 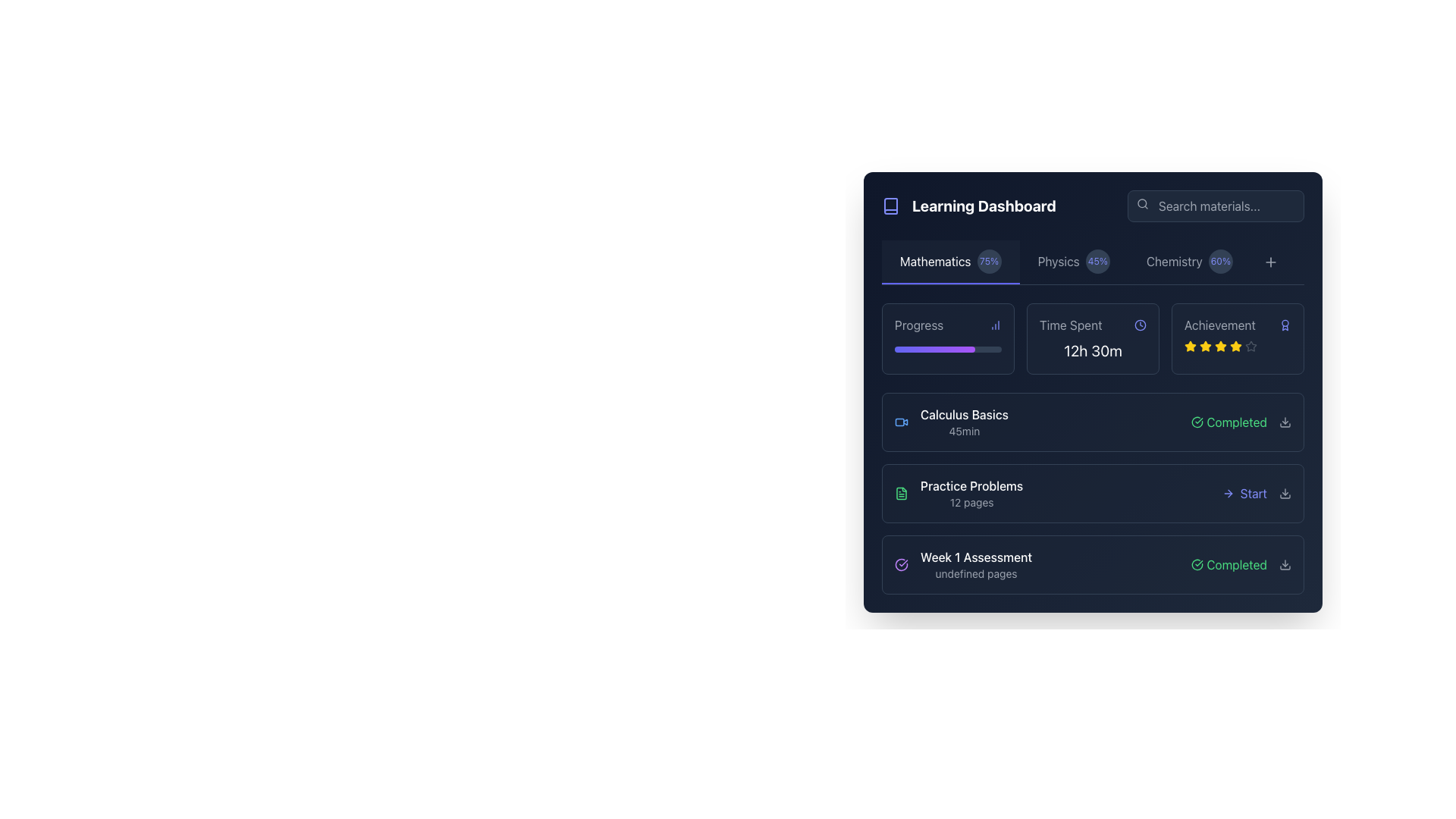 What do you see at coordinates (964, 415) in the screenshot?
I see `text element that contains 'Calculus Basics' in bold white font, positioned above '45min' within the Mathematics section of the interface` at bounding box center [964, 415].